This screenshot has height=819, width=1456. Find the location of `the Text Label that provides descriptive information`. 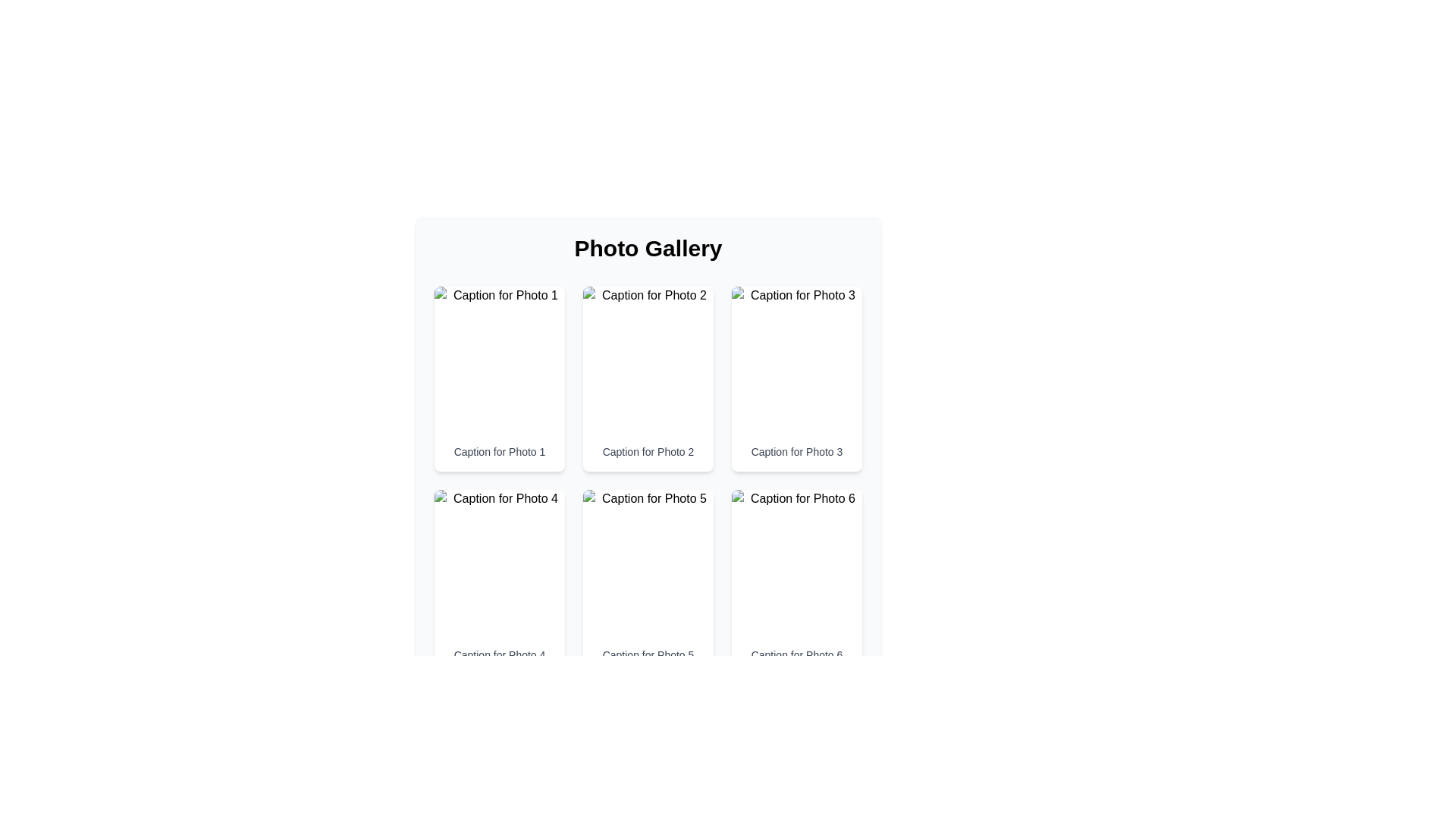

the Text Label that provides descriptive information is located at coordinates (648, 654).